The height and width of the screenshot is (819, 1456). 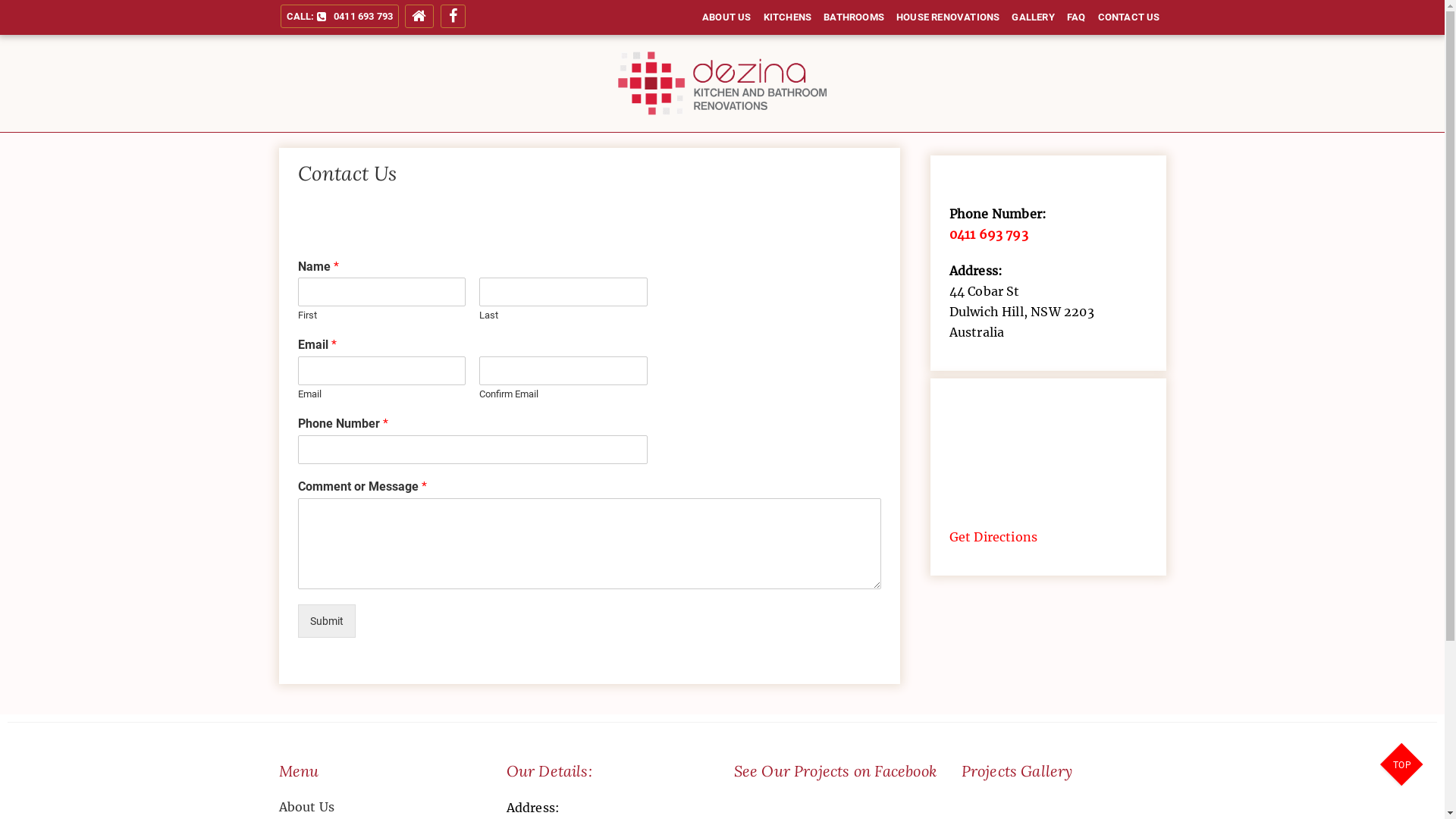 What do you see at coordinates (1075, 17) in the screenshot?
I see `'FAQ'` at bounding box center [1075, 17].